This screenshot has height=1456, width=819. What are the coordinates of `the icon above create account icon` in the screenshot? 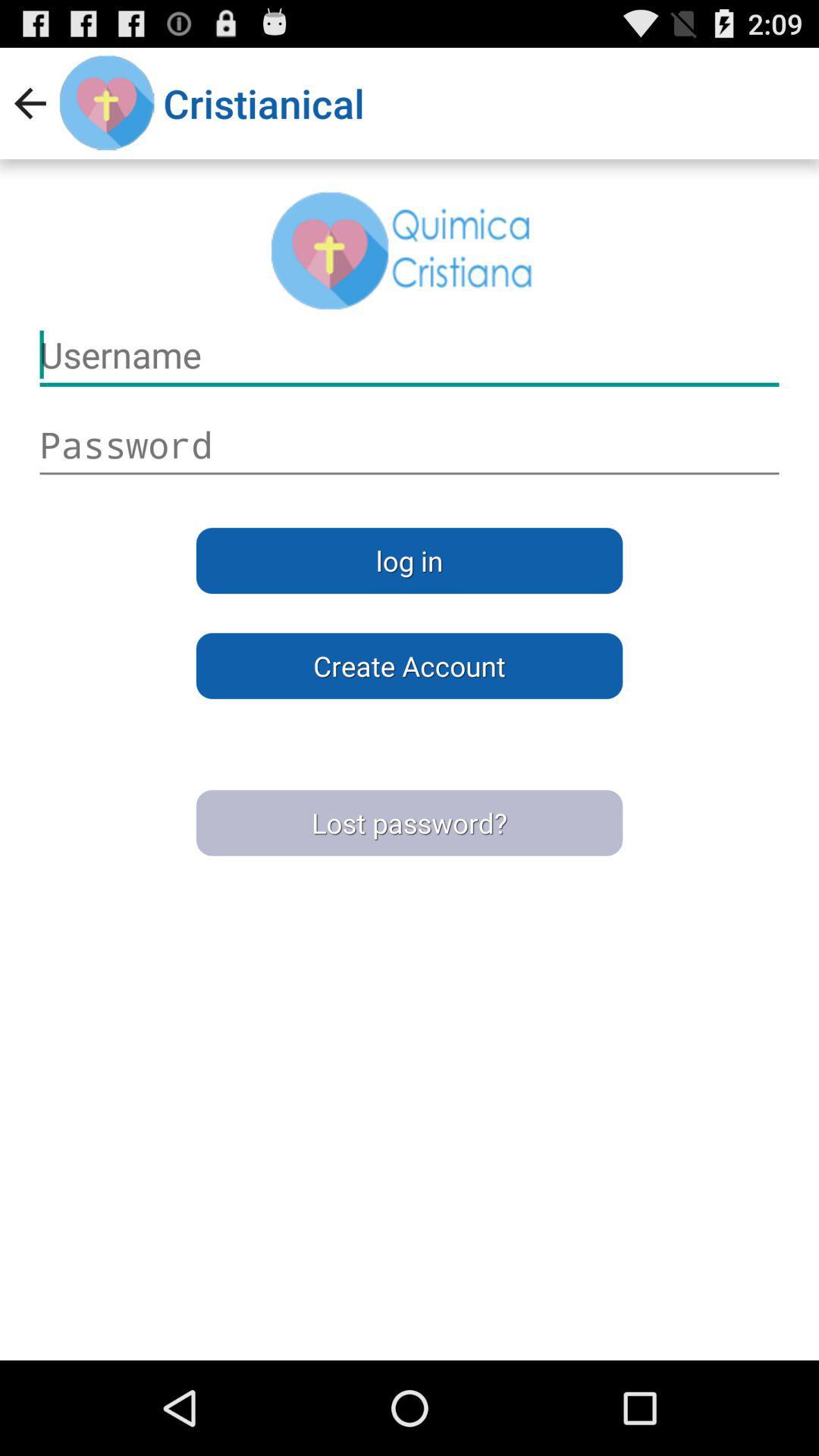 It's located at (409, 560).